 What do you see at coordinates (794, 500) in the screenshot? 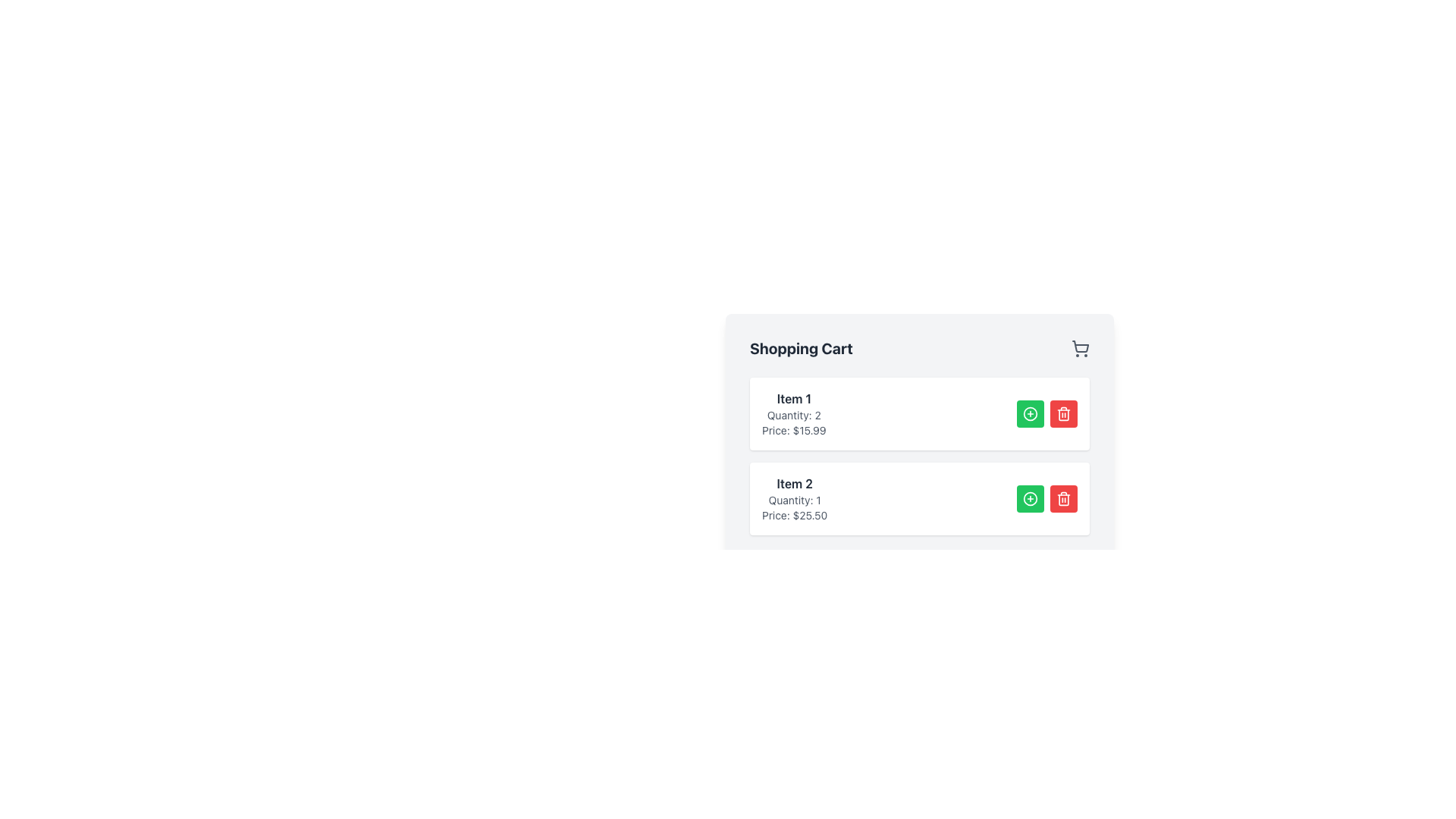
I see `the Static Text displaying the quantity of 'Item 2' in the shopping cart, which is located directly below the 'Item 2' label and above the 'Price: $25.50' label` at bounding box center [794, 500].